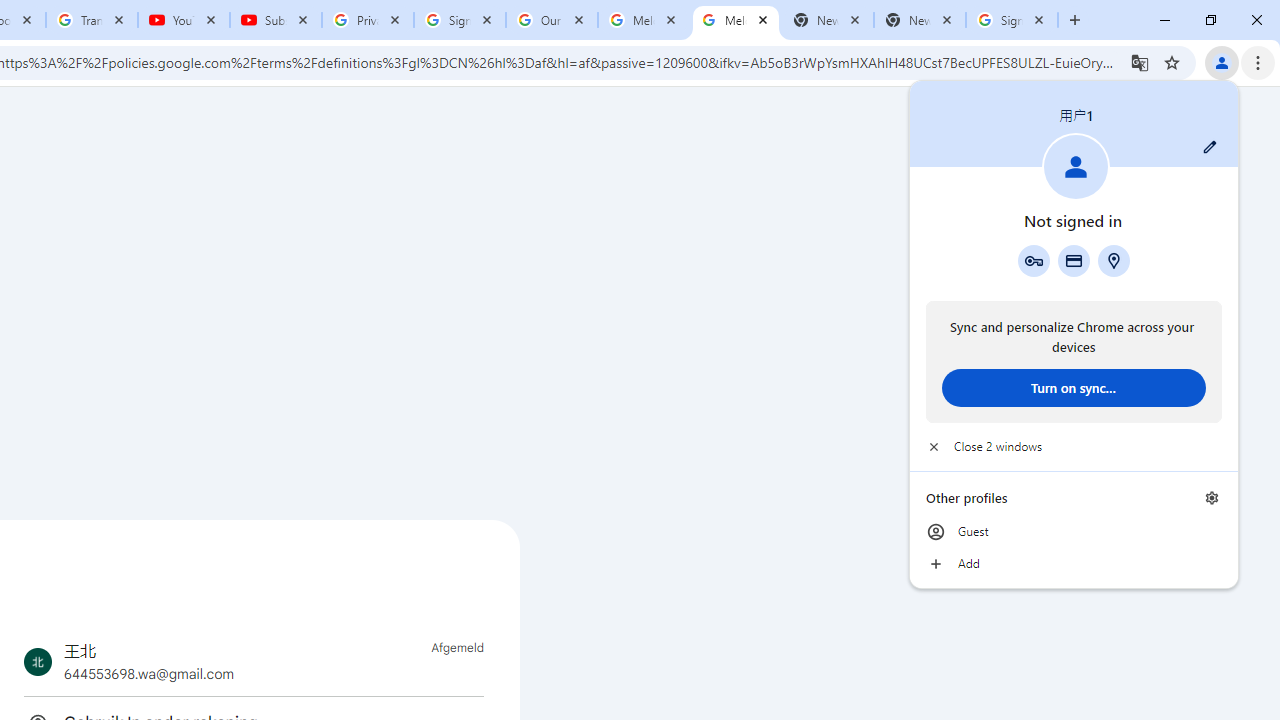 The height and width of the screenshot is (720, 1280). I want to click on 'Close 2 windows', so click(1072, 446).